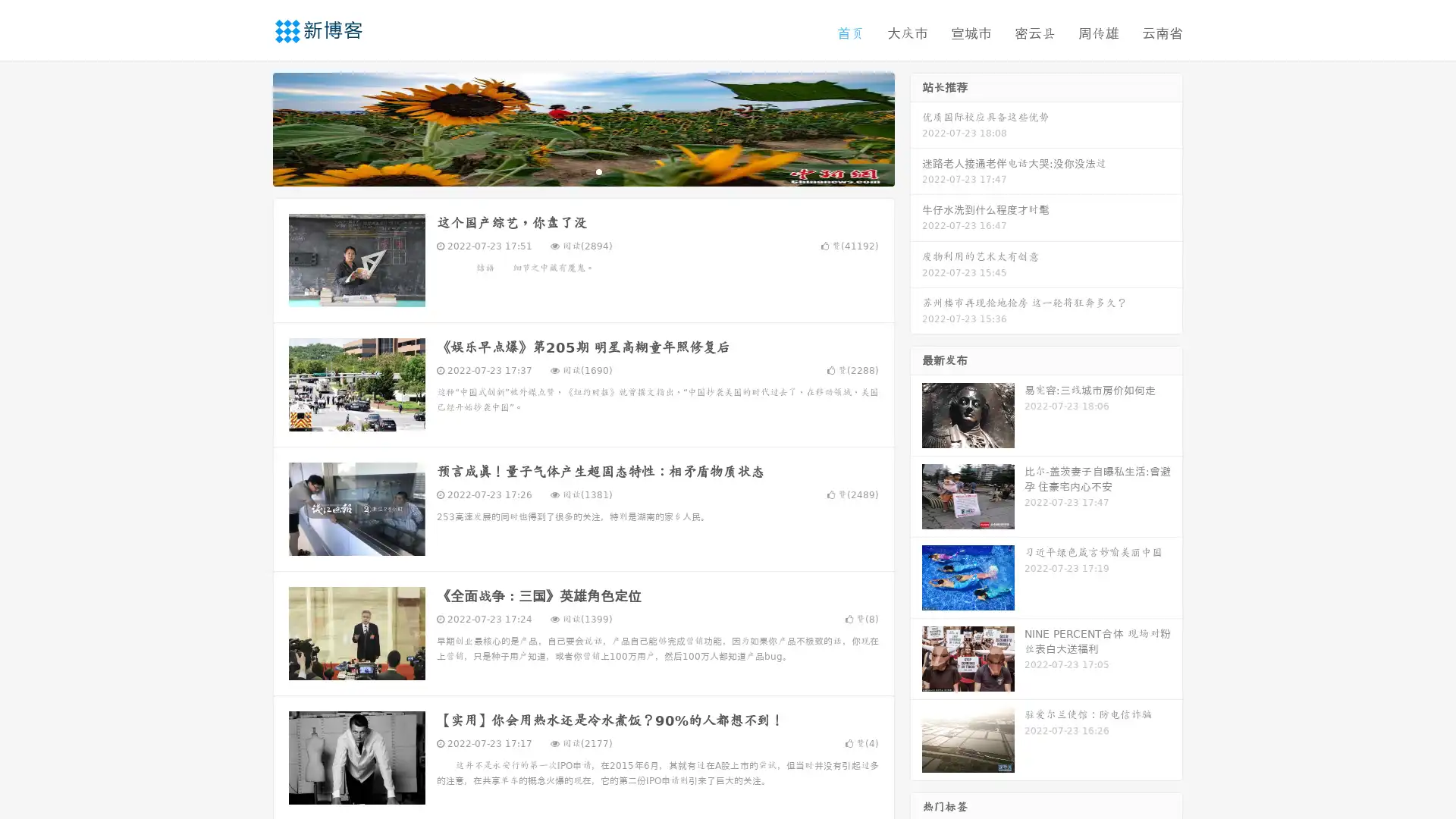 The image size is (1456, 819). I want to click on Next slide, so click(916, 127).